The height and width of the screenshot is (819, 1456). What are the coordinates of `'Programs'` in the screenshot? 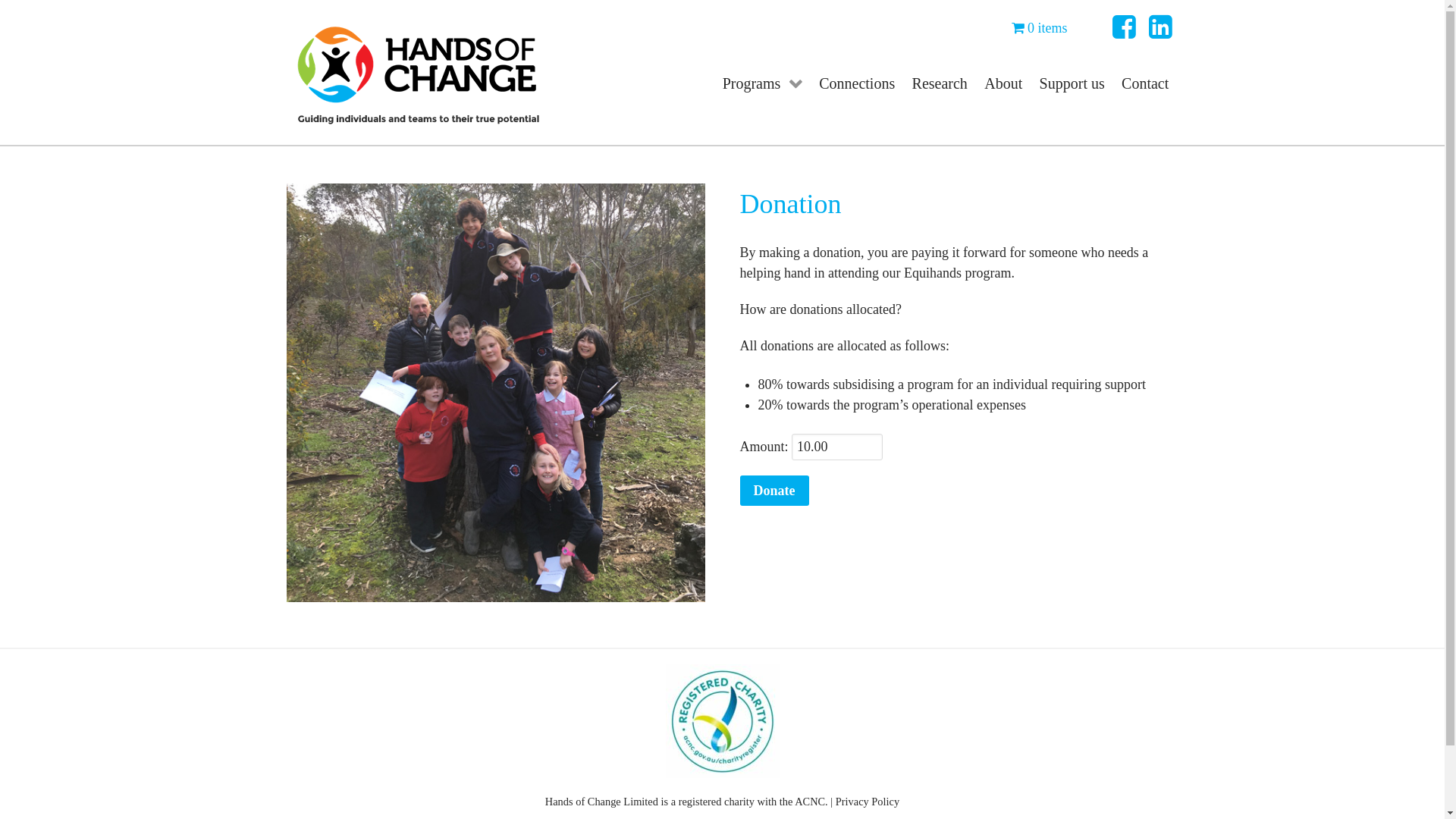 It's located at (761, 82).